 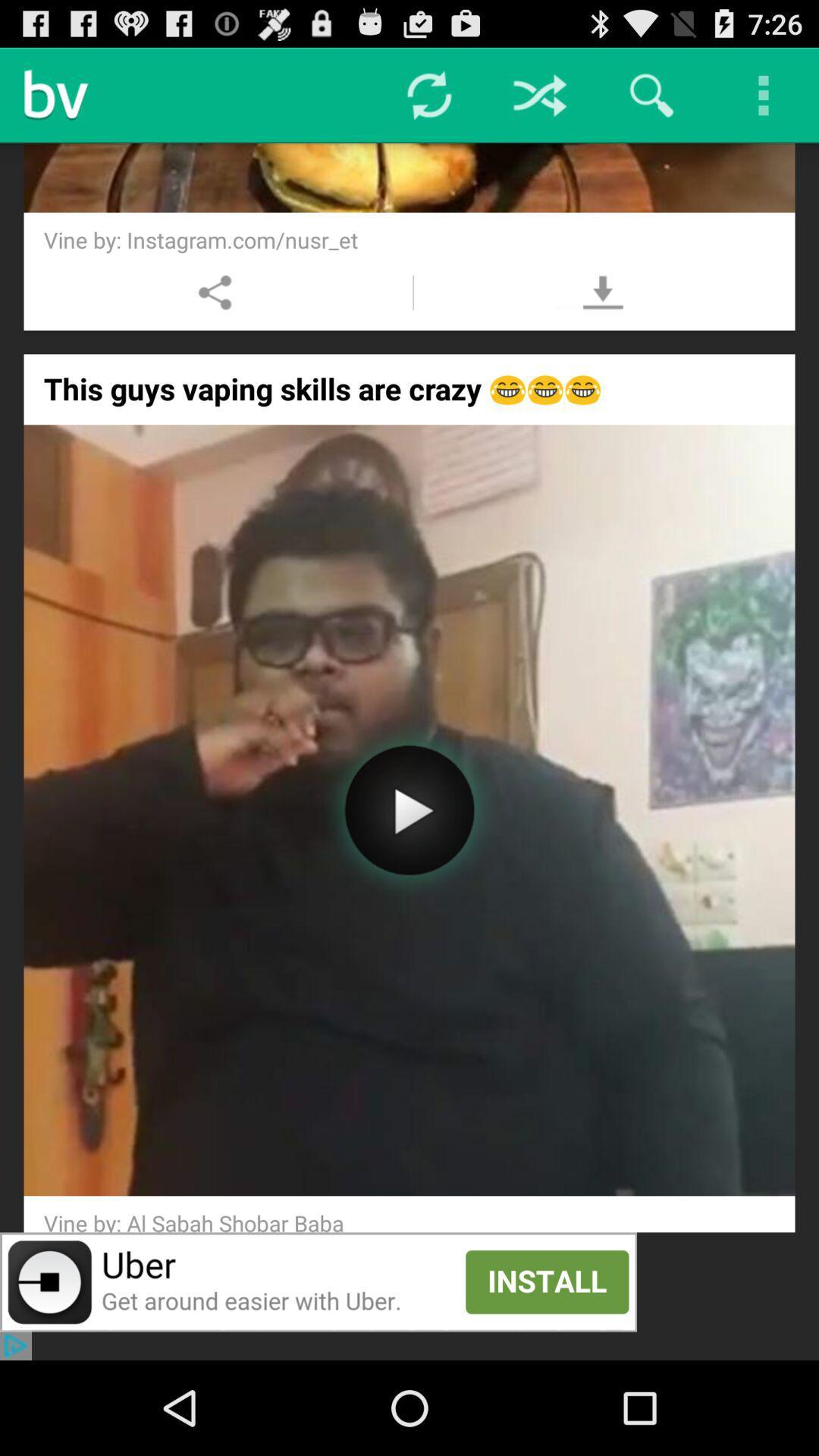 What do you see at coordinates (215, 292) in the screenshot?
I see `share` at bounding box center [215, 292].